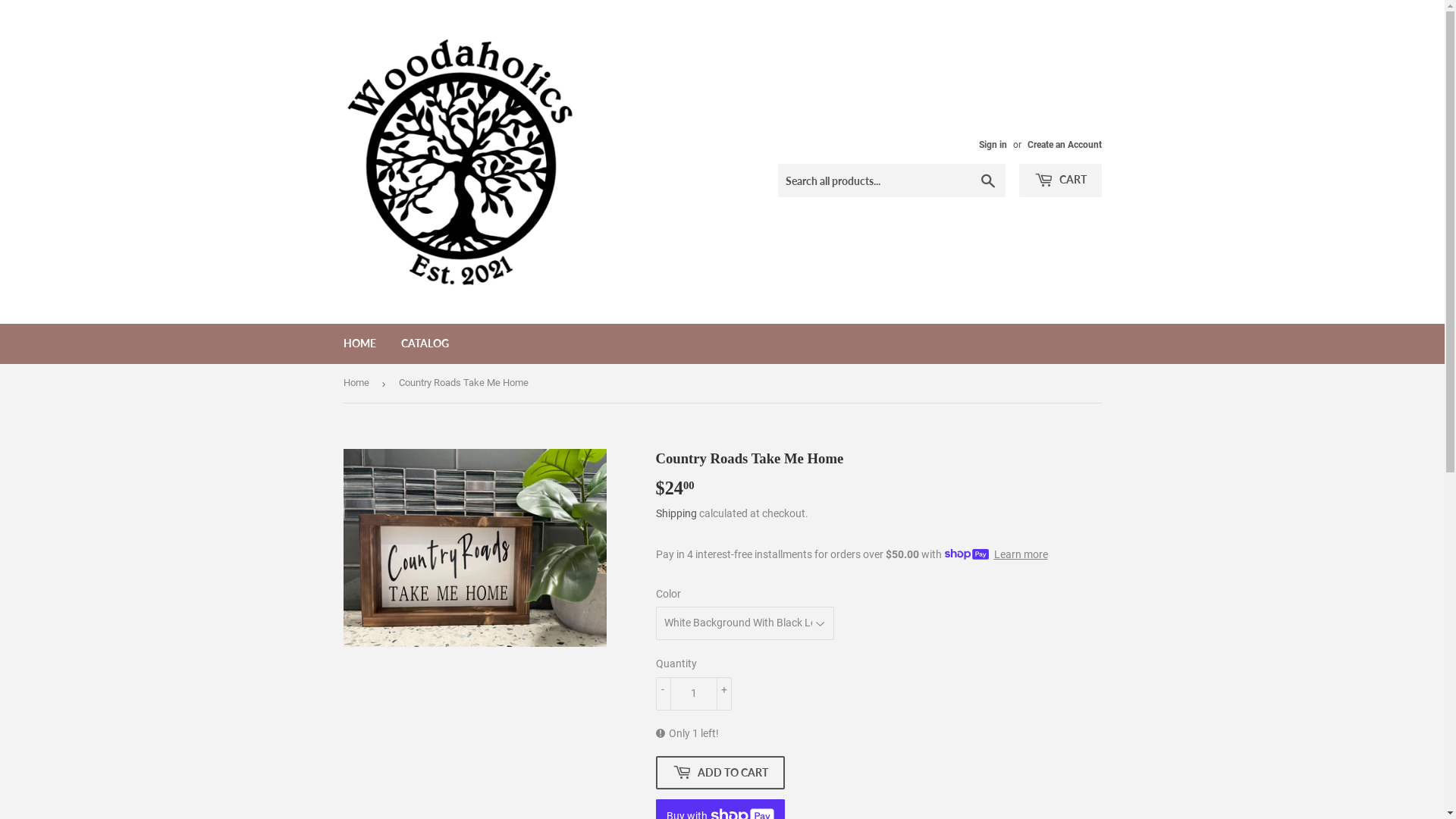 This screenshot has width=1456, height=819. Describe the element at coordinates (675, 513) in the screenshot. I see `'Shipping'` at that location.